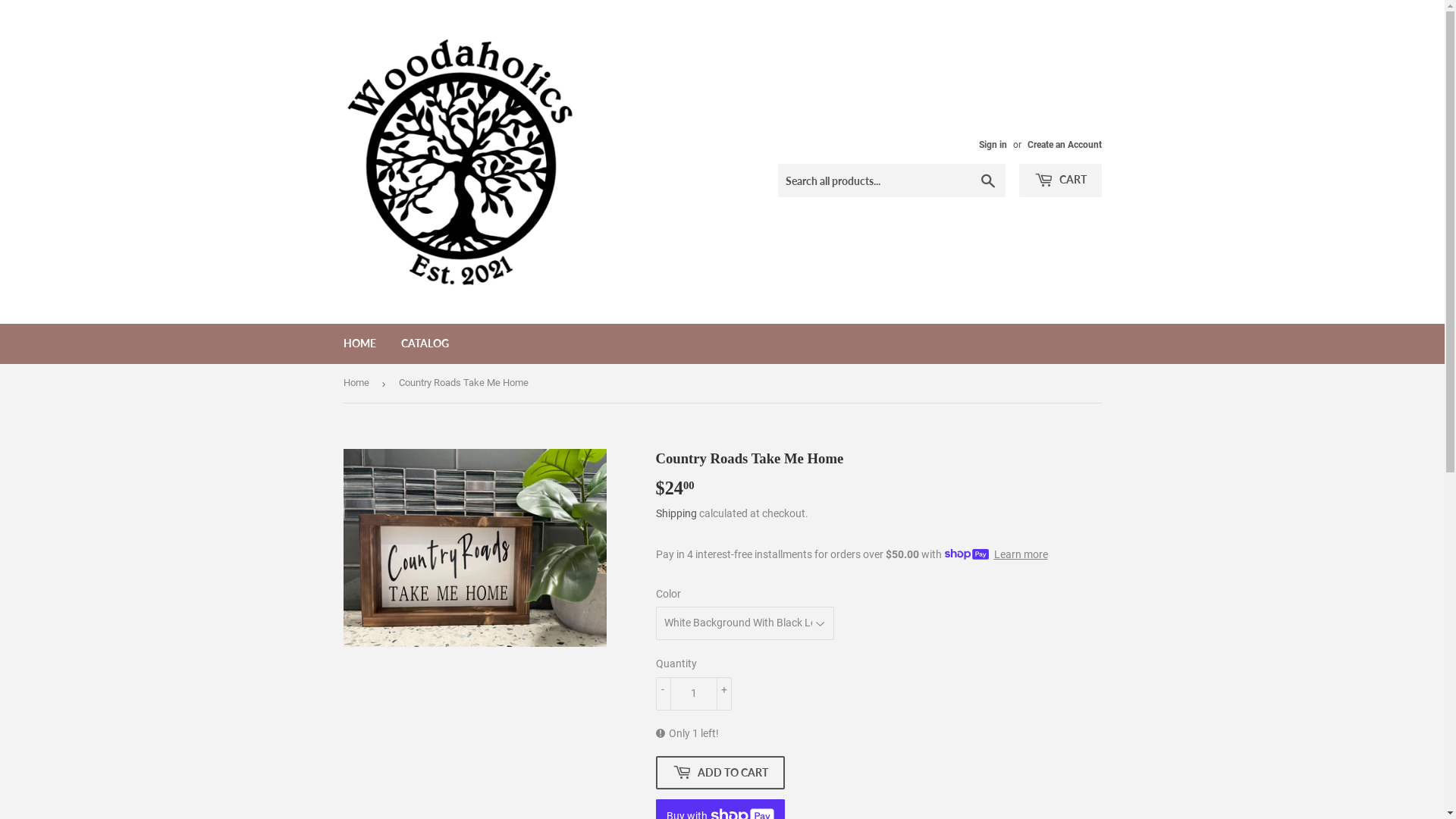 This screenshot has width=1456, height=819. Describe the element at coordinates (675, 513) in the screenshot. I see `'Shipping'` at that location.